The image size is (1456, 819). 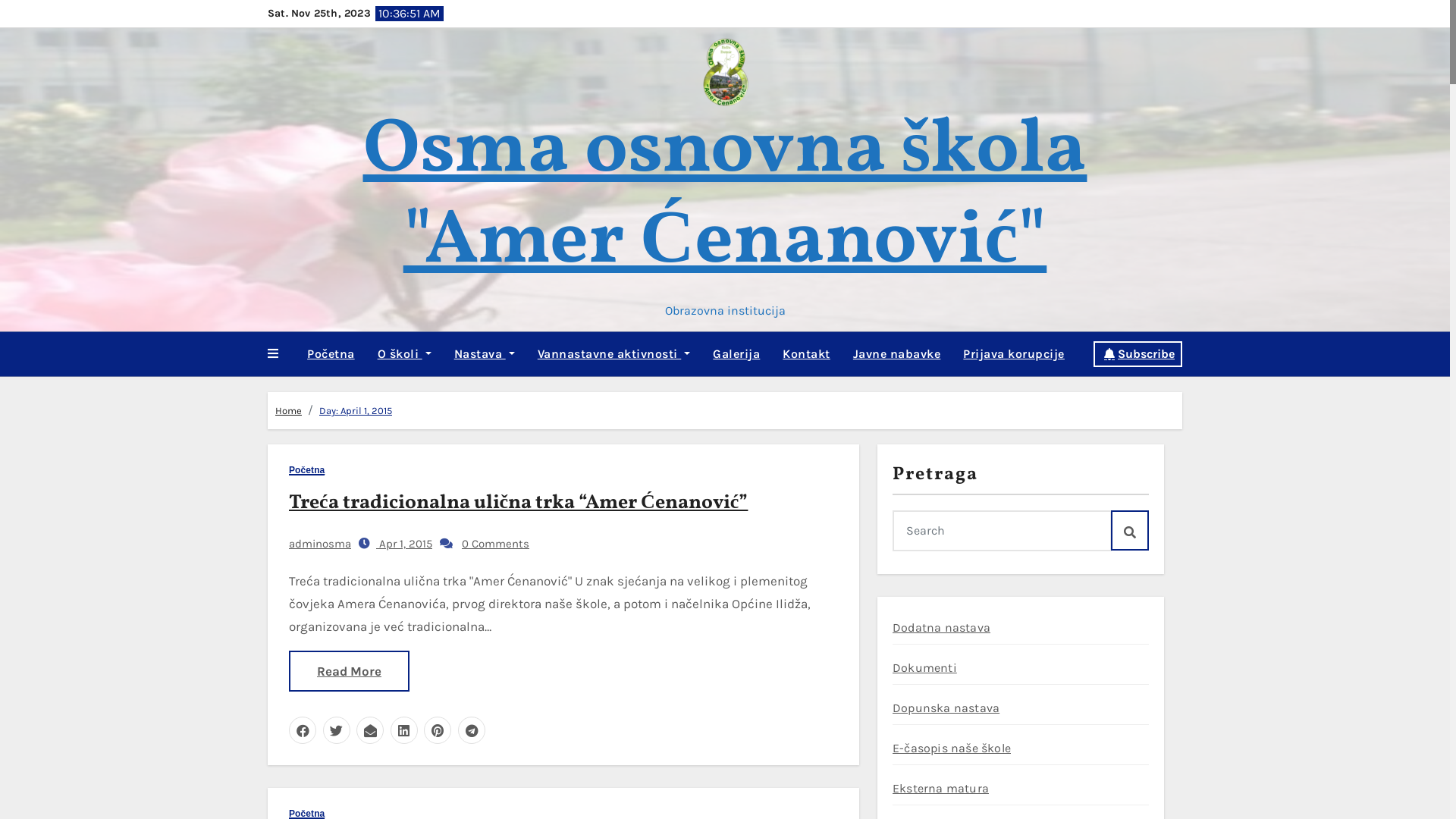 I want to click on 'Dodatna nastava', so click(x=940, y=627).